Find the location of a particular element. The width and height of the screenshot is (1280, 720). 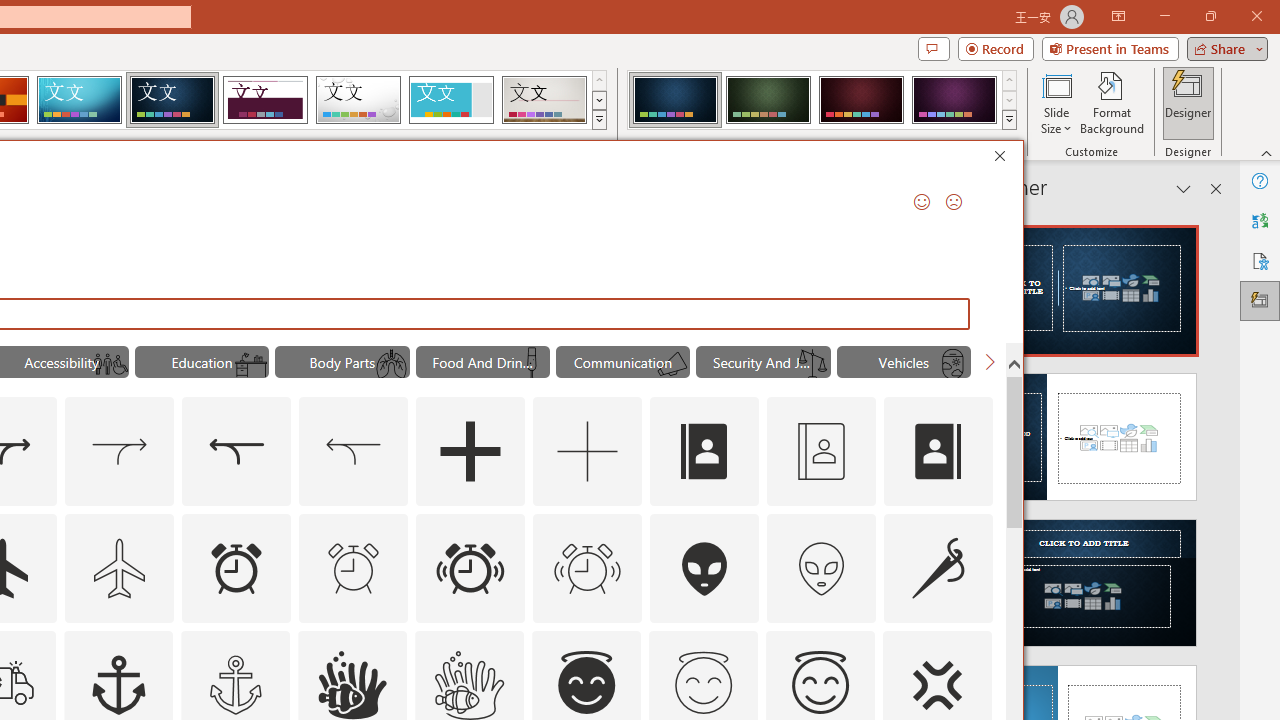

'Damask Variant 1' is located at coordinates (675, 100).